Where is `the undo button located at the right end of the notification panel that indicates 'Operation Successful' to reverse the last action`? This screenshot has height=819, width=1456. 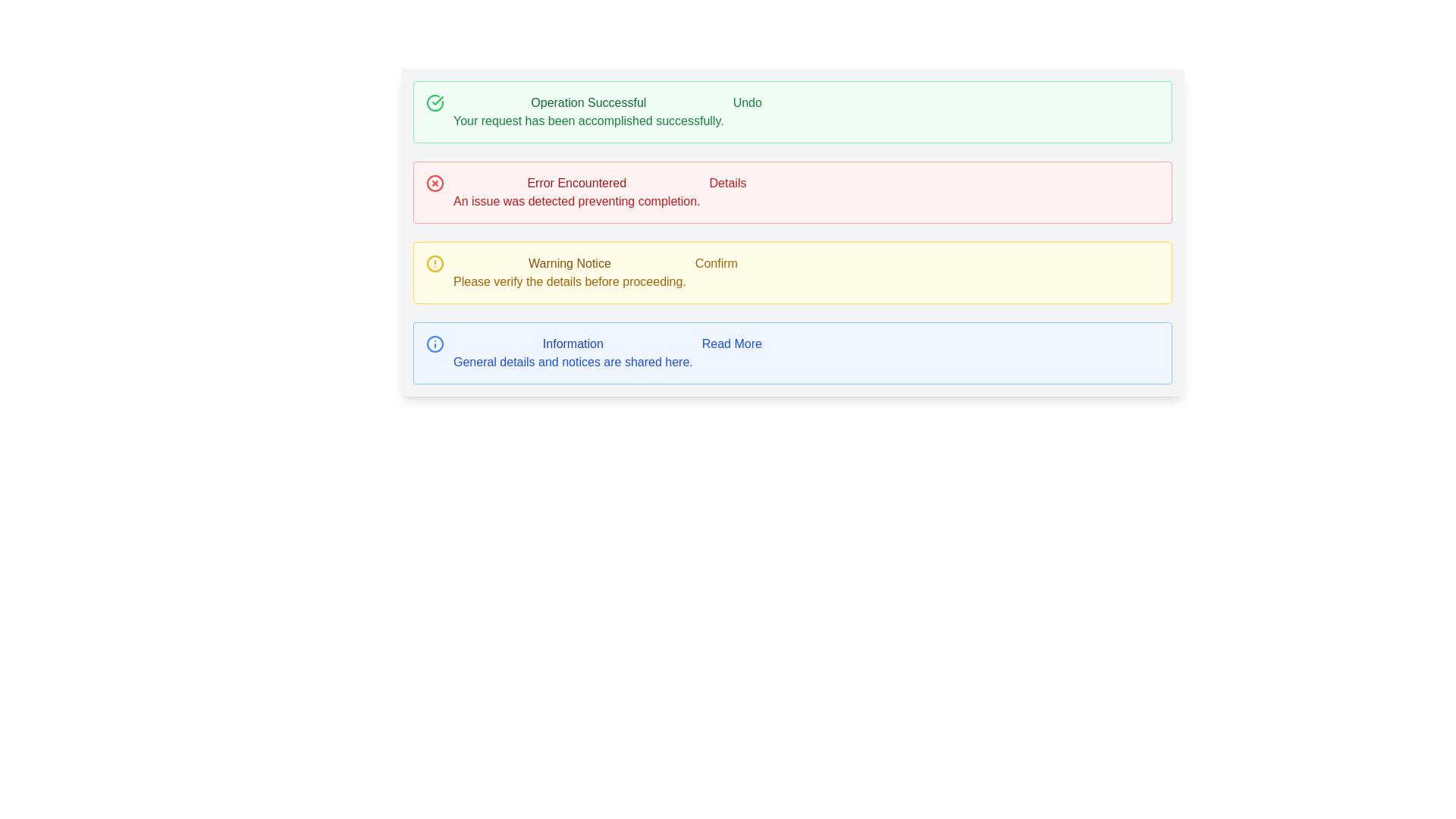 the undo button located at the right end of the notification panel that indicates 'Operation Successful' to reverse the last action is located at coordinates (747, 102).